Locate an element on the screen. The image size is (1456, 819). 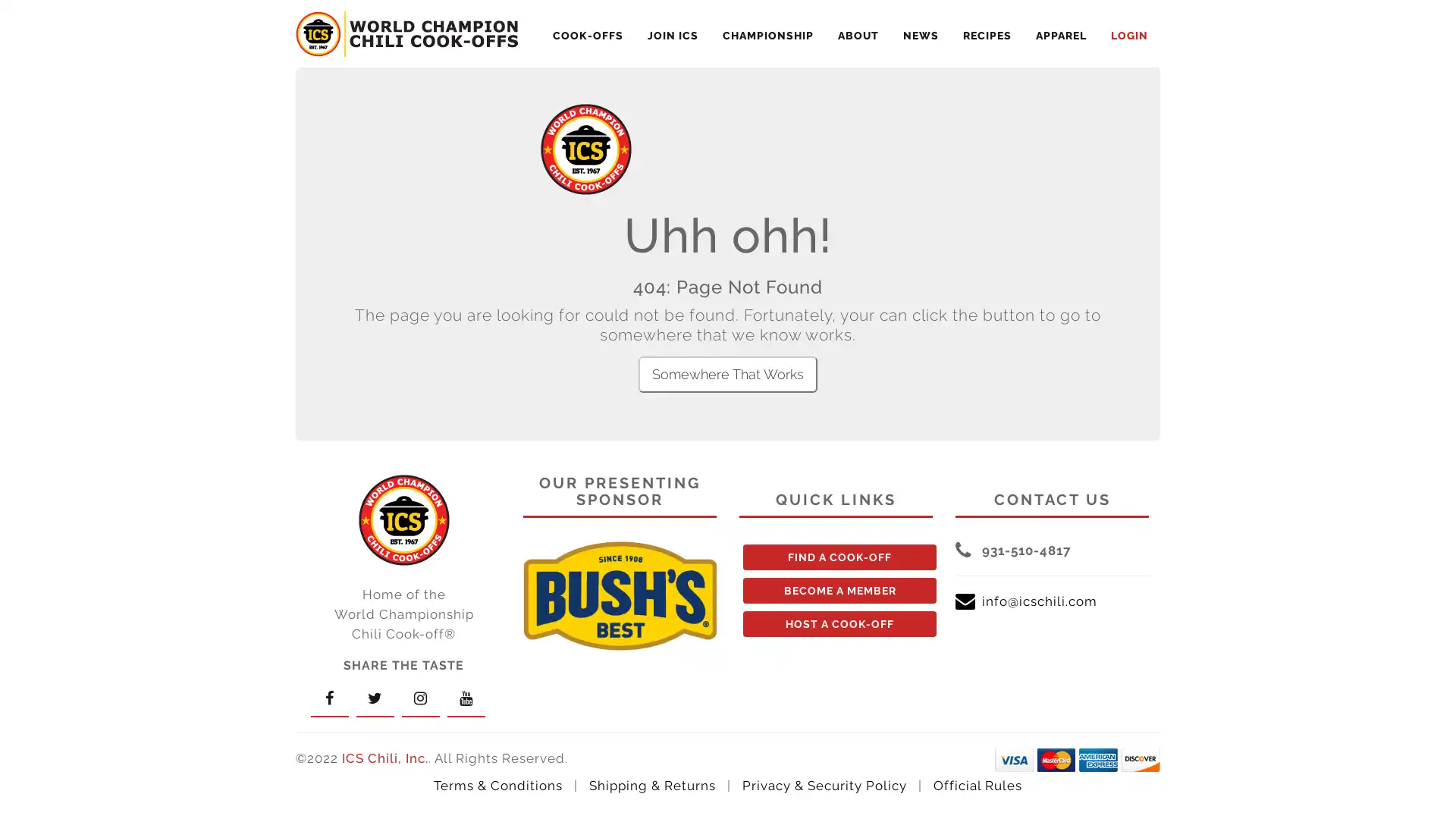
Somewhere That Works is located at coordinates (728, 374).